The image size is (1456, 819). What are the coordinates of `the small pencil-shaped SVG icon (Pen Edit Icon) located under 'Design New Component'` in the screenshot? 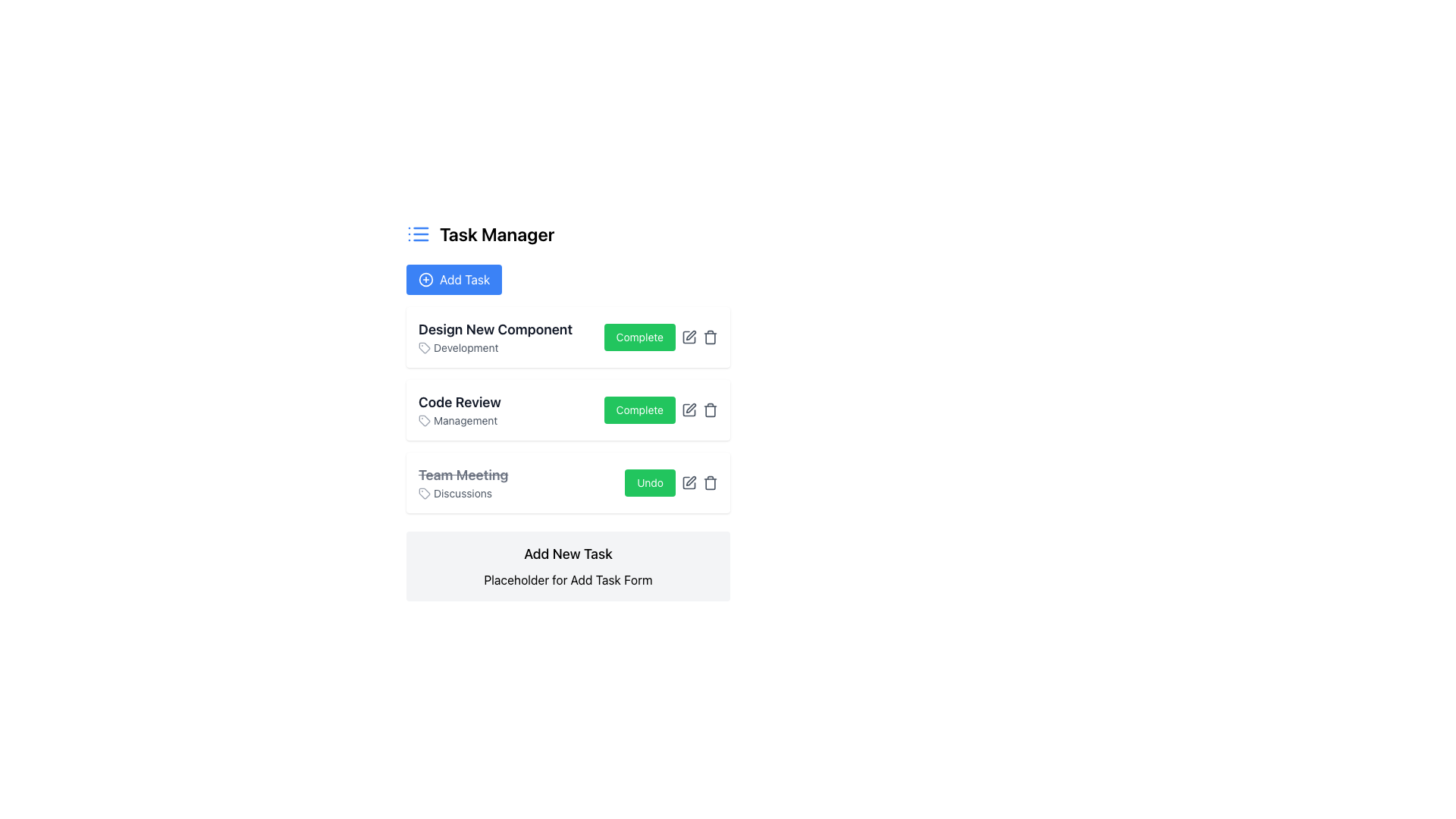 It's located at (690, 334).